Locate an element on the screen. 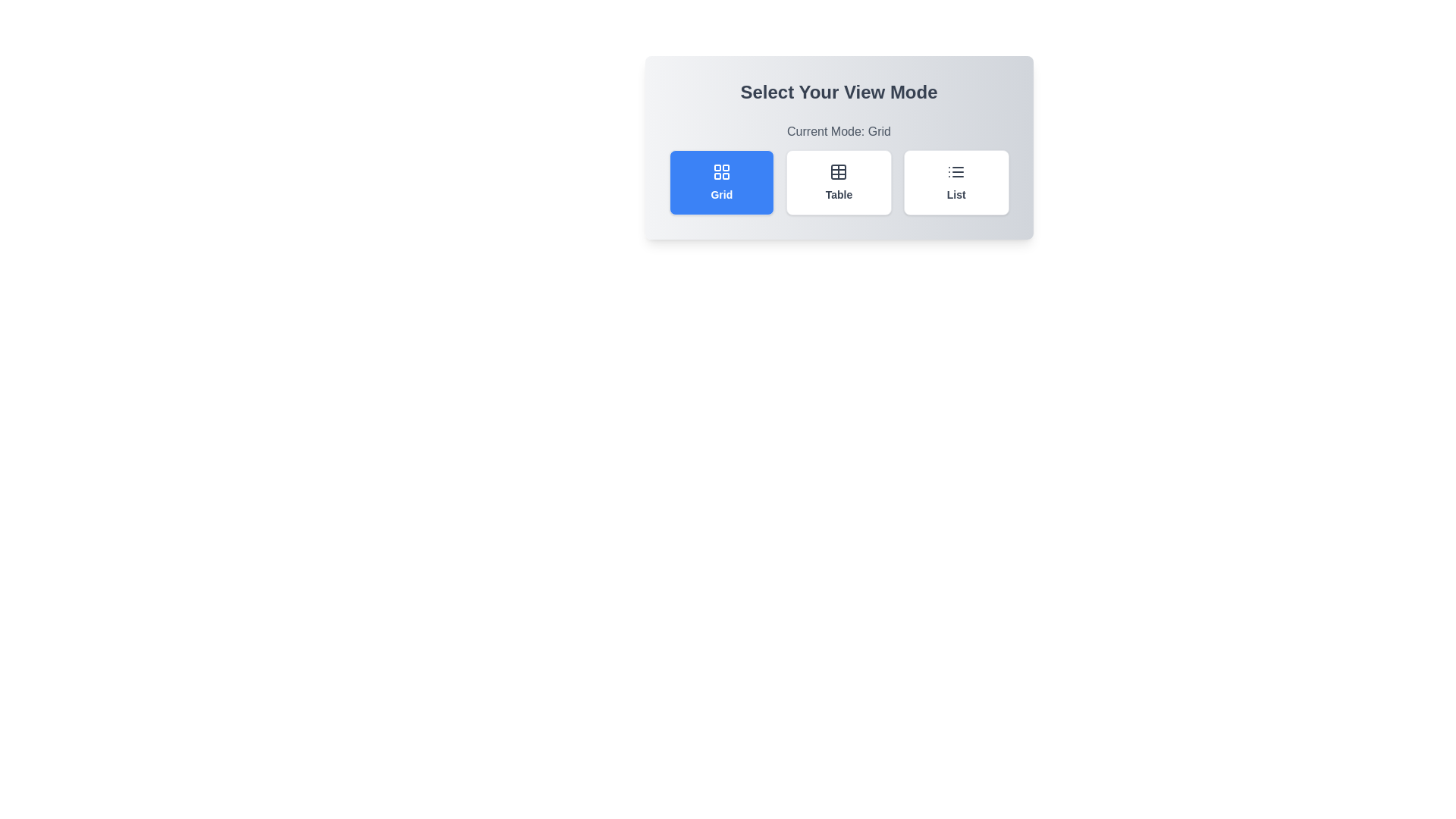 The height and width of the screenshot is (819, 1456). the text label representing the 'List' view mode option in the selection interface is located at coordinates (955, 194).